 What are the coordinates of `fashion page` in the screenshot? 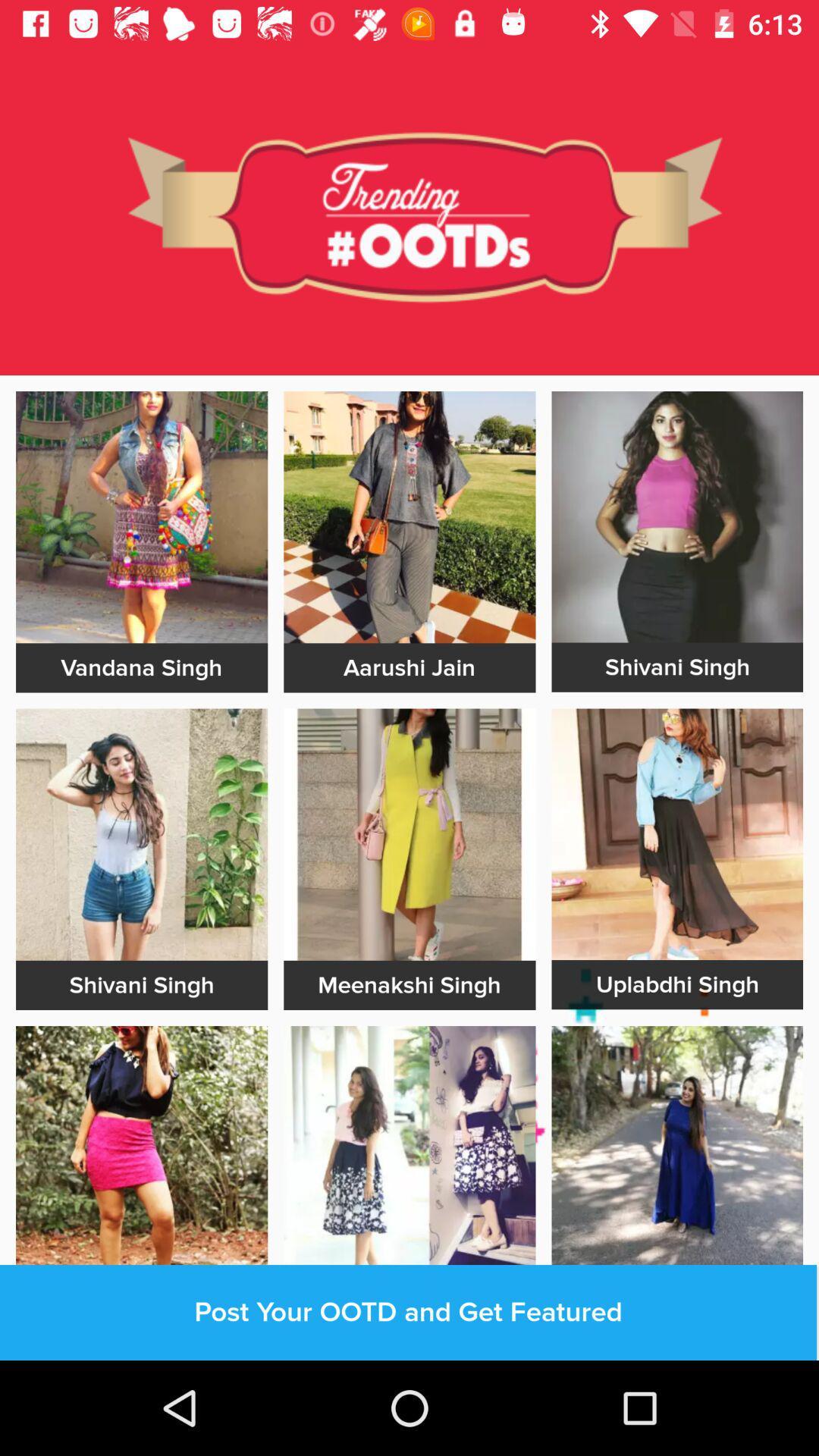 It's located at (142, 517).